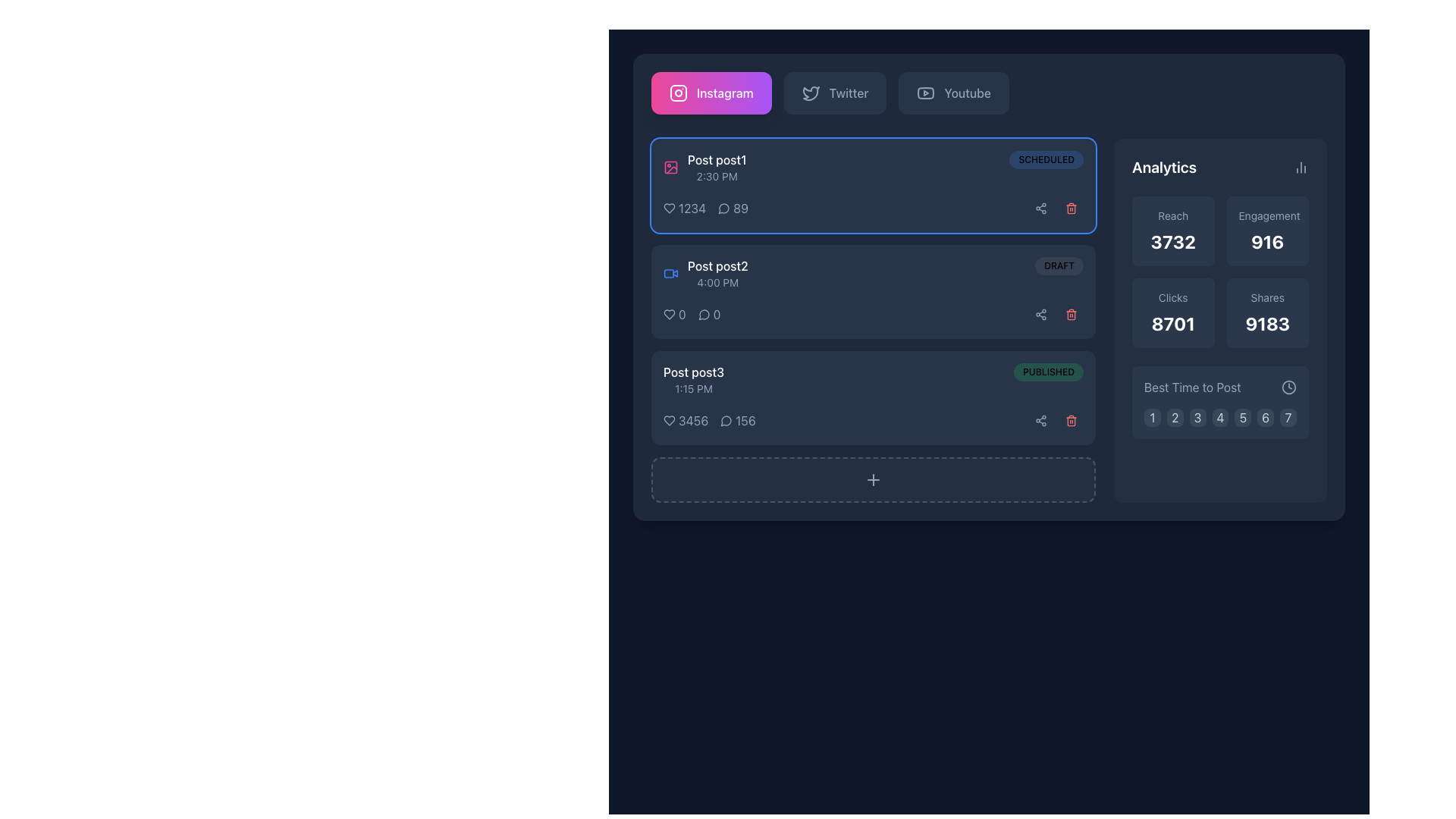  I want to click on text label displaying the time '1:15 PM', which is in light gray font and located below the title 'Post post3', so click(693, 388).